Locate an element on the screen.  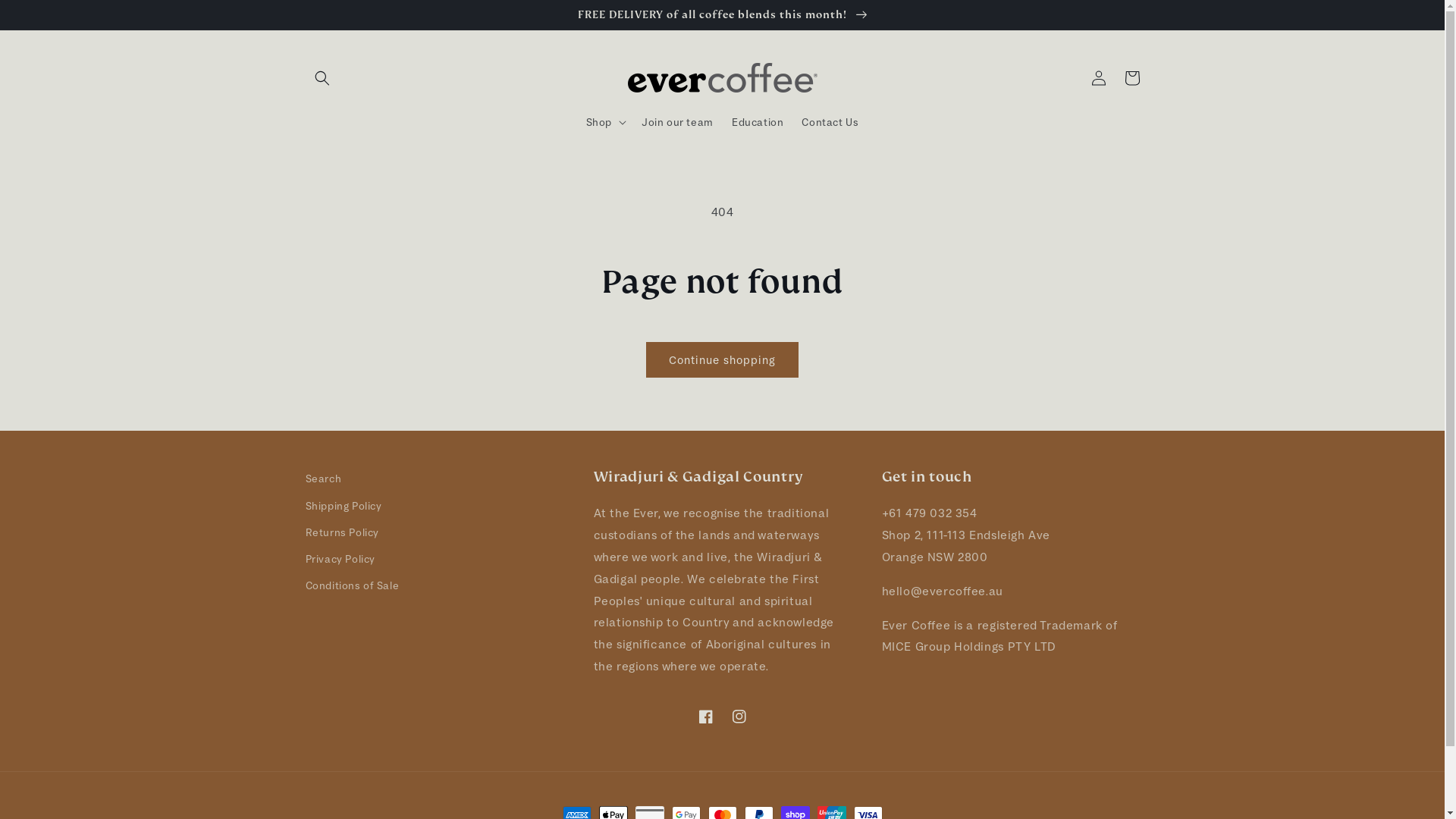
'Facebook' is located at coordinates (704, 717).